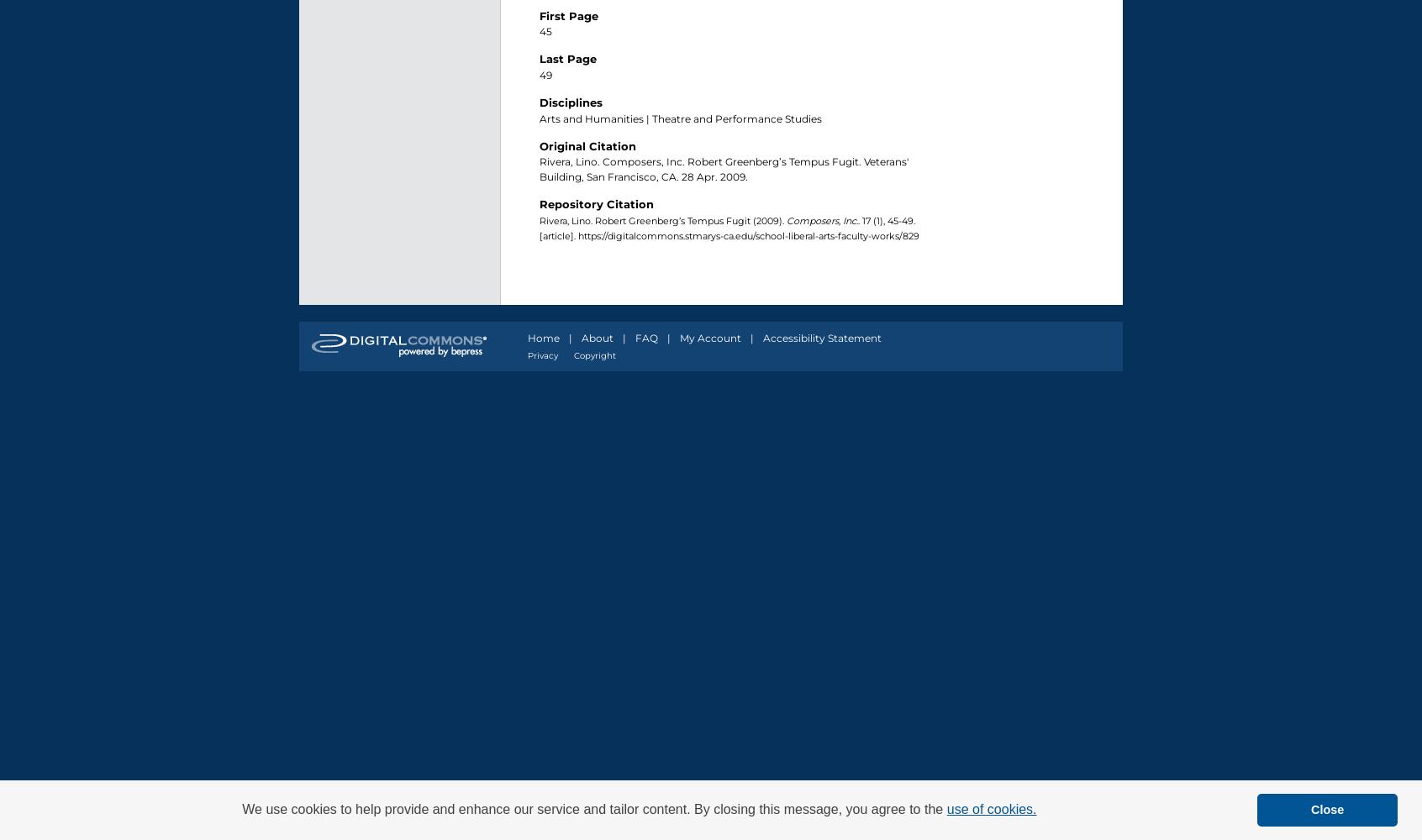  What do you see at coordinates (593, 355) in the screenshot?
I see `'Copyright'` at bounding box center [593, 355].